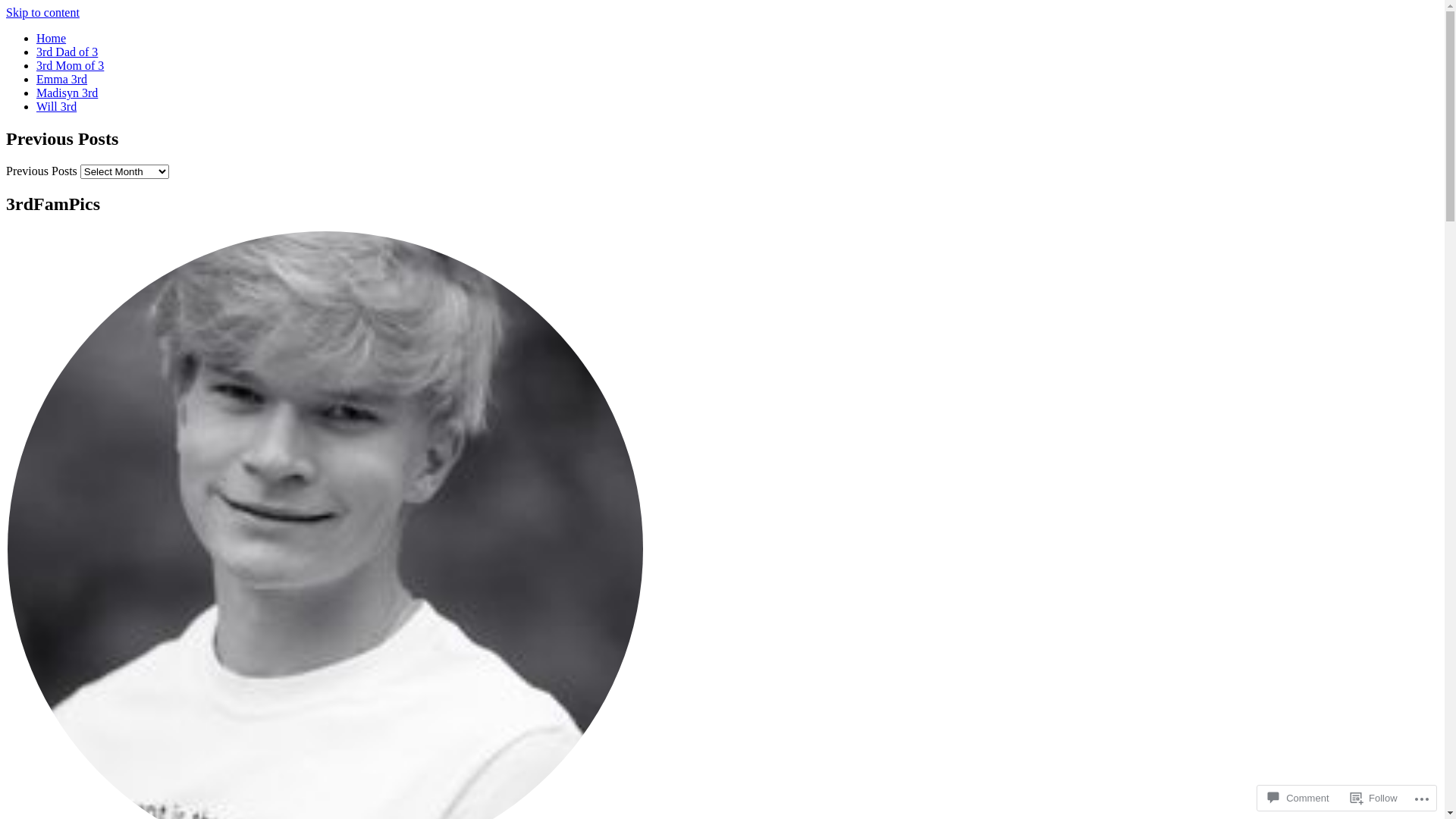  Describe the element at coordinates (1344, 797) in the screenshot. I see `'Follow'` at that location.